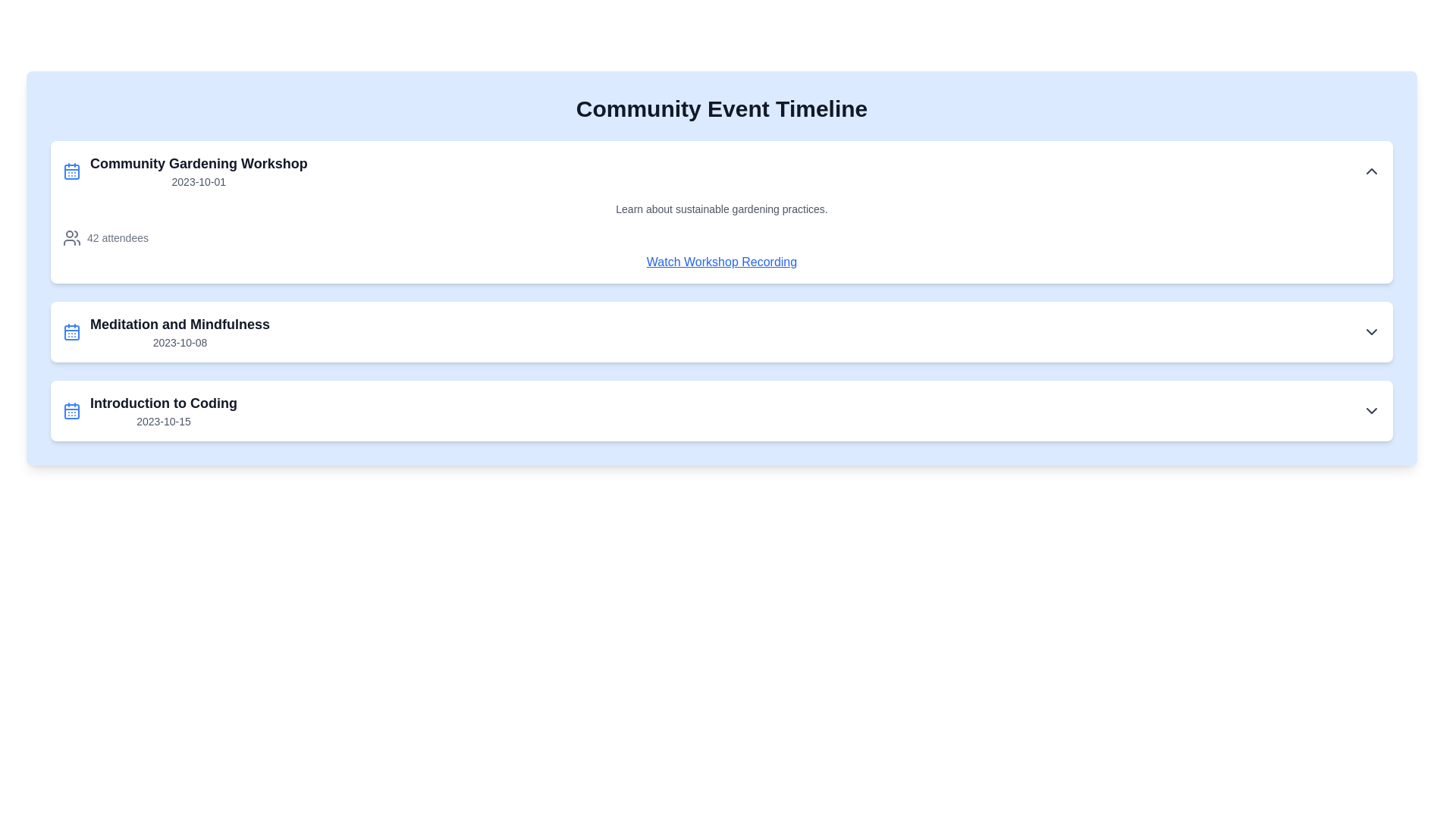 The image size is (1456, 819). What do you see at coordinates (720, 209) in the screenshot?
I see `the text label displaying 'Learn about sustainable gardening practices.' which is styled with a gray font and located above the '42 attendees' text` at bounding box center [720, 209].